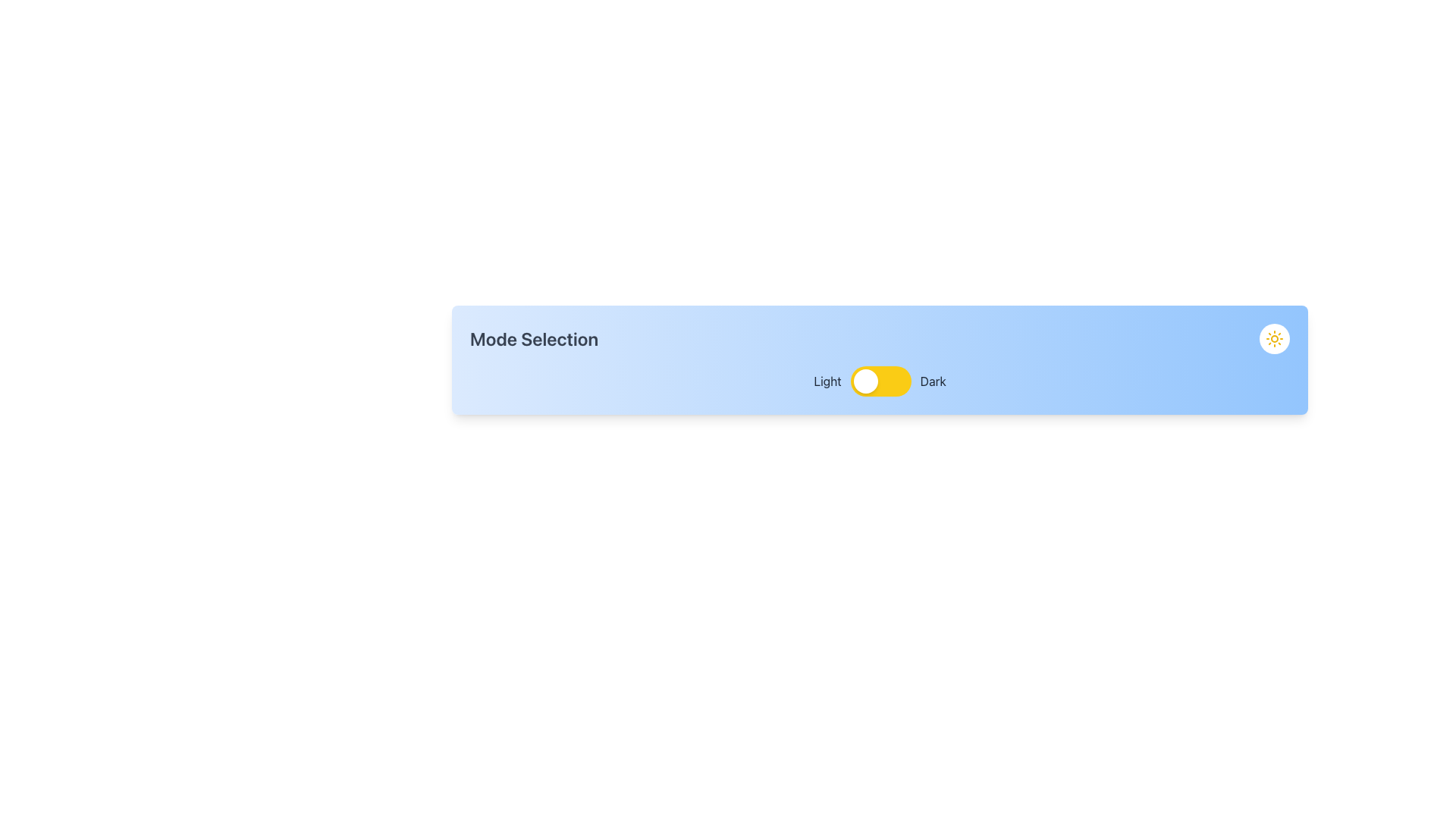 The width and height of the screenshot is (1456, 819). Describe the element at coordinates (880, 380) in the screenshot. I see `the circular indicator of the toggle switch with a yellow background from its current position closer` at that location.